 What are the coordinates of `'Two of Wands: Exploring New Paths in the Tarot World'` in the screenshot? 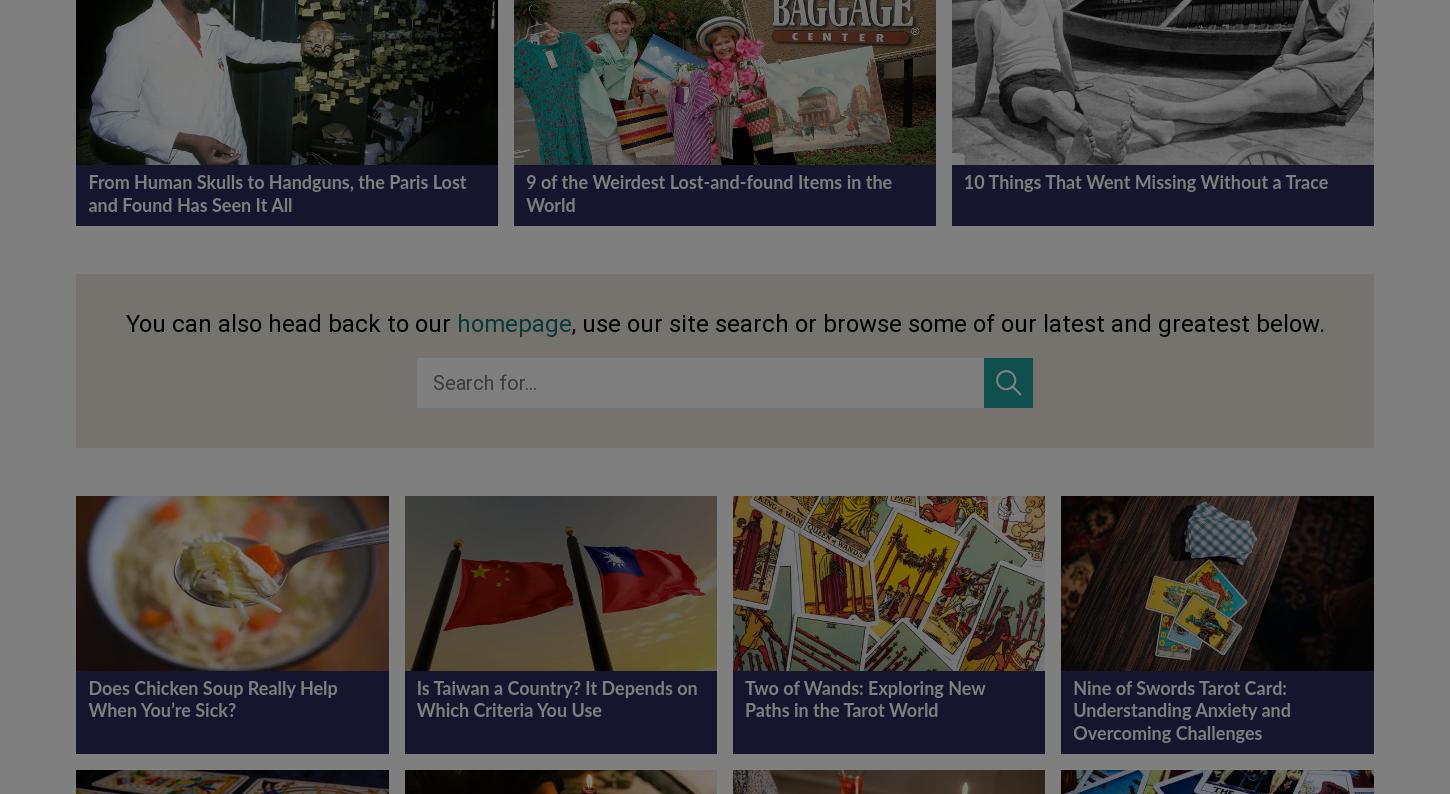 It's located at (745, 700).